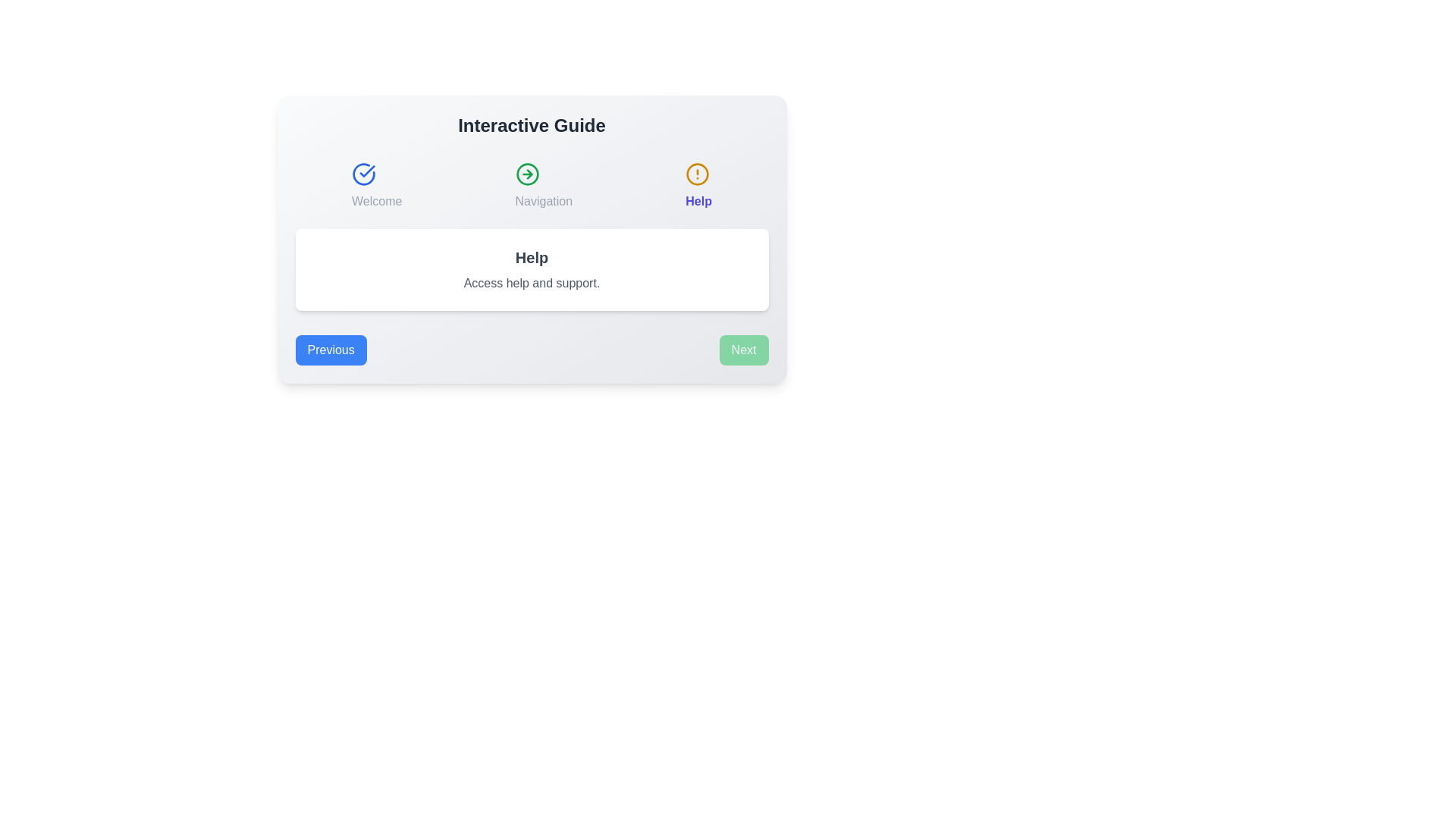 The height and width of the screenshot is (819, 1456). Describe the element at coordinates (697, 174) in the screenshot. I see `the help indicator icon located in the interface header section, positioned to the right of 'Navigation' and above 'Help'` at that location.